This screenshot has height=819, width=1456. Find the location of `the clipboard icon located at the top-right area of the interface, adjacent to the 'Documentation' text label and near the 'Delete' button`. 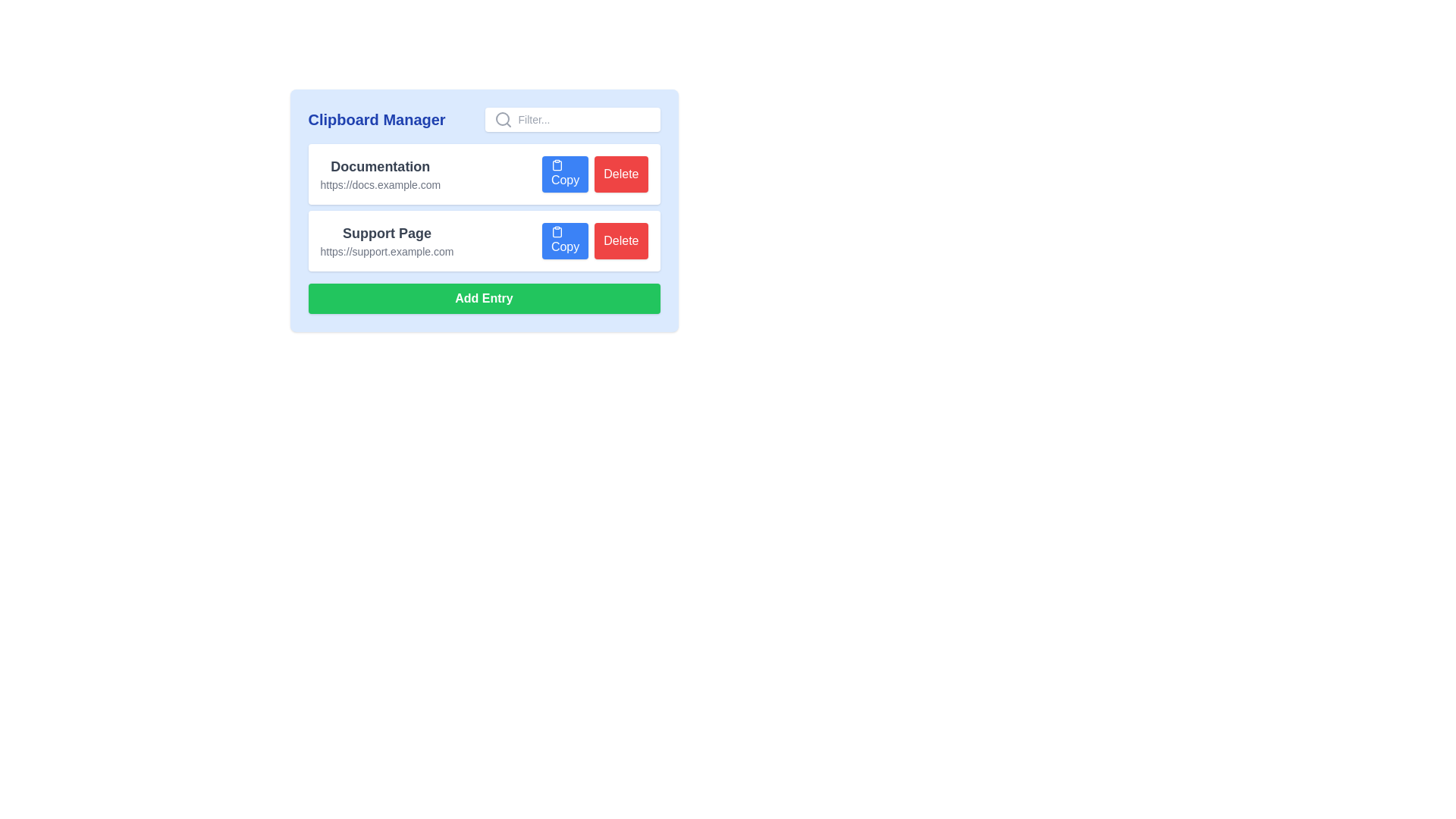

the clipboard icon located at the top-right area of the interface, adjacent to the 'Documentation' text label and near the 'Delete' button is located at coordinates (556, 165).